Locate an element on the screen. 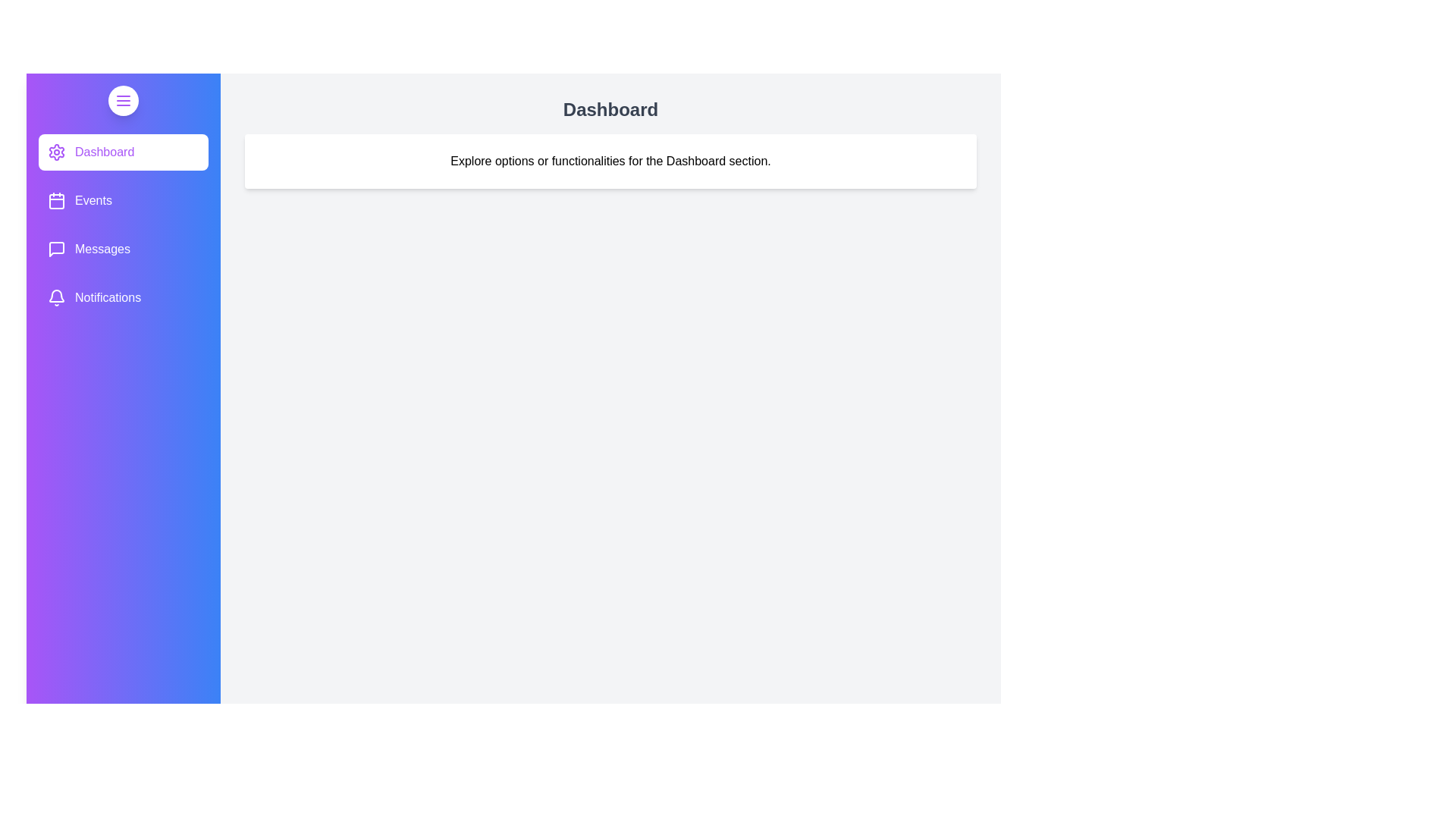  the Messages section in the sidebar to switch the active view is located at coordinates (124, 248).